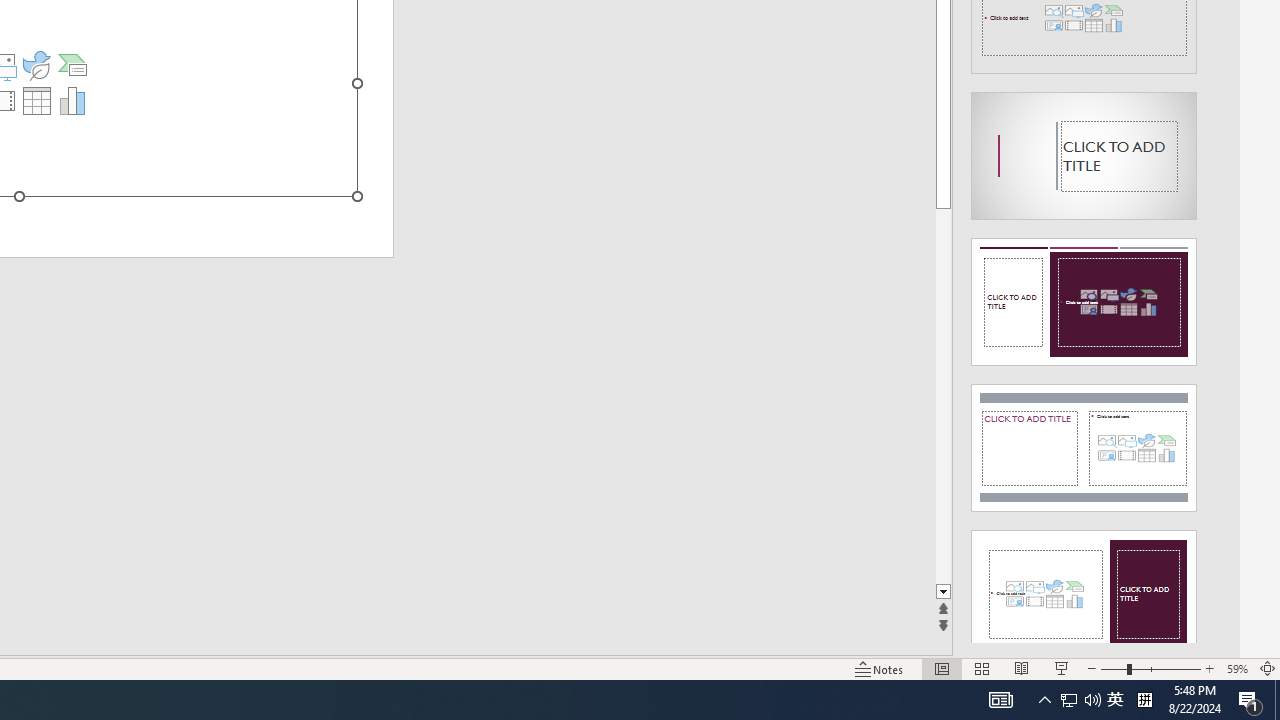 Image resolution: width=1280 pixels, height=720 pixels. I want to click on 'Insert Table', so click(36, 100).